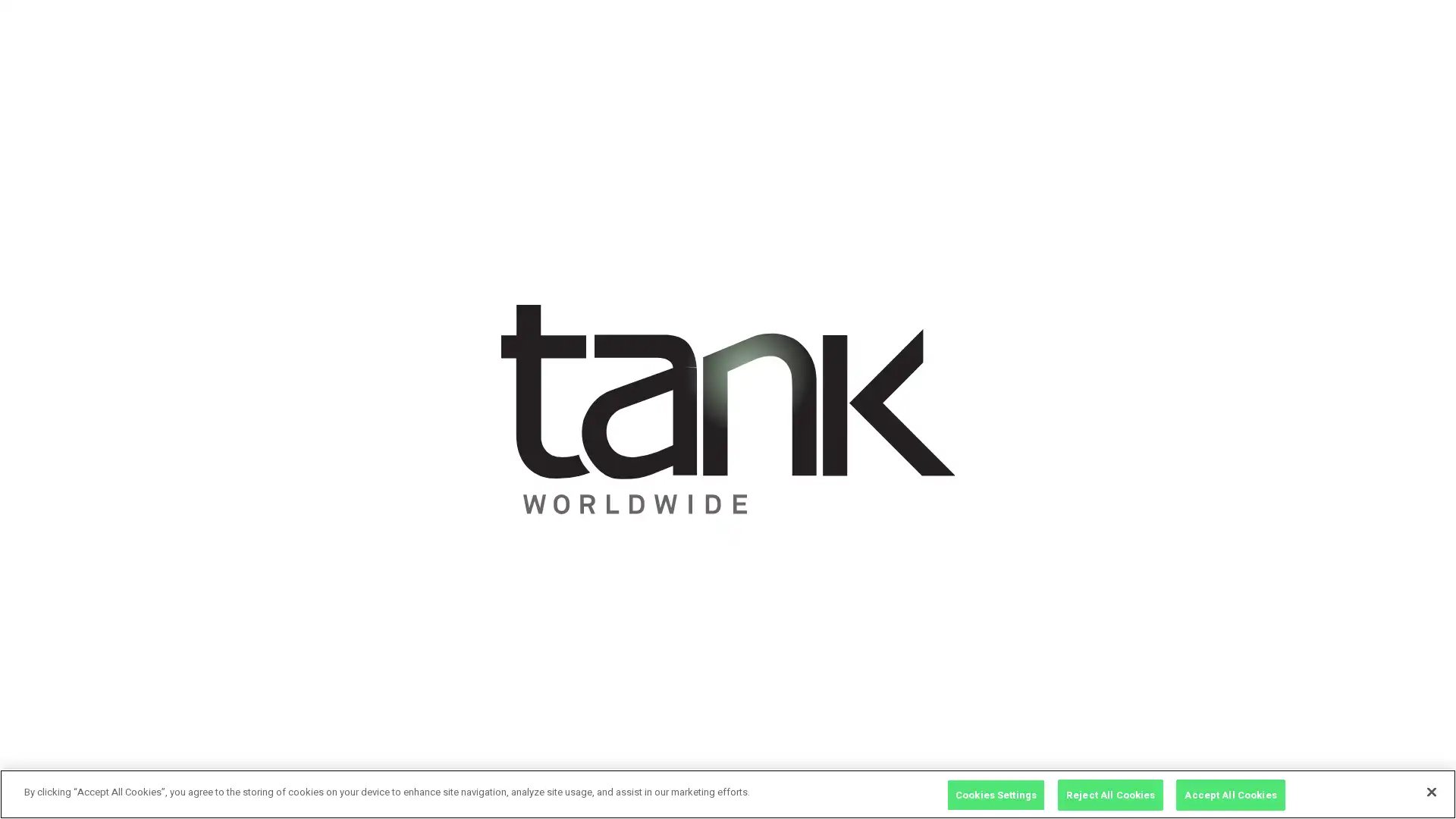  I want to click on Cookies Settings, so click(996, 795).